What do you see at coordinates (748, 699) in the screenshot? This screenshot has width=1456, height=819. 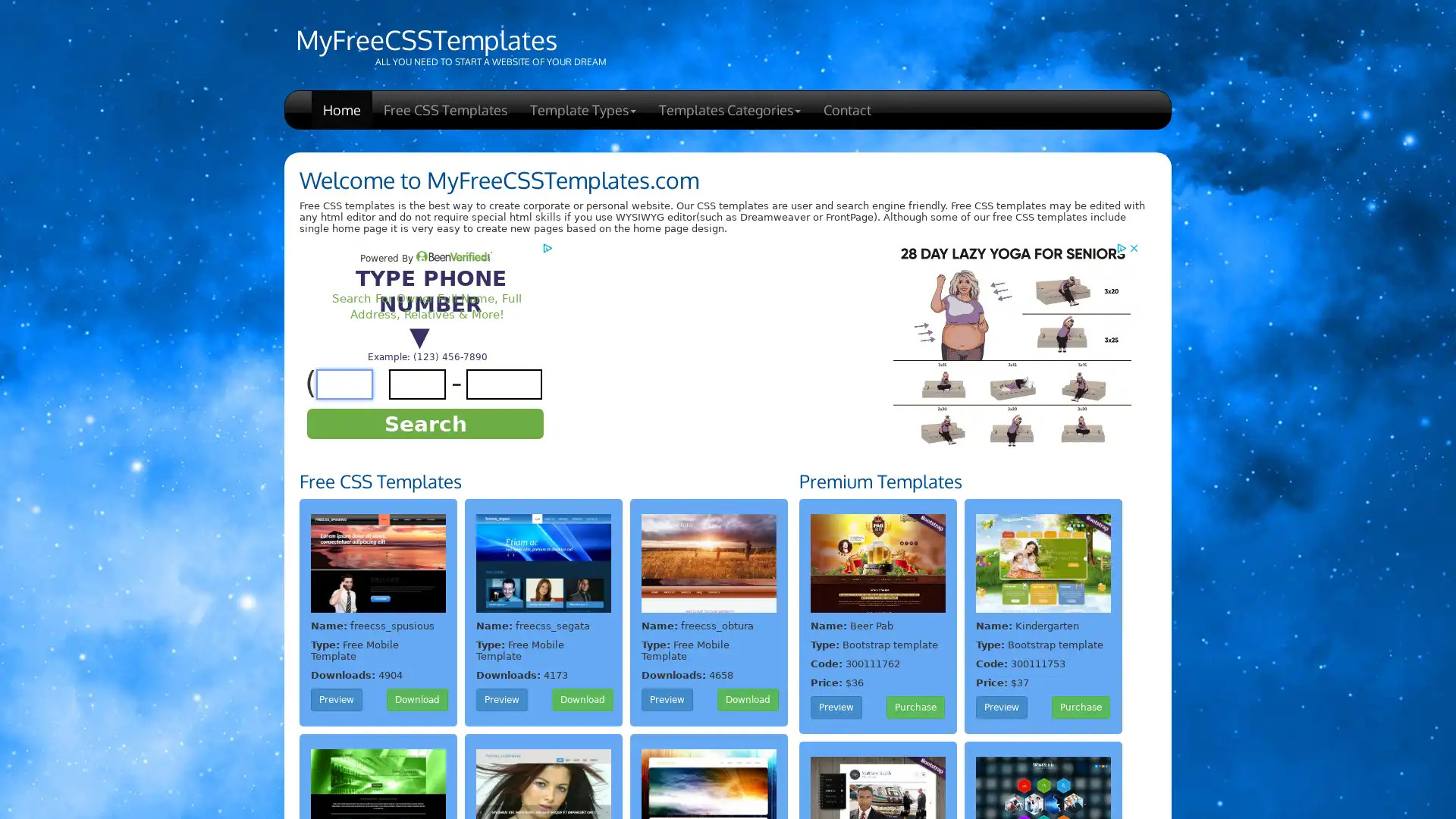 I see `Download` at bounding box center [748, 699].